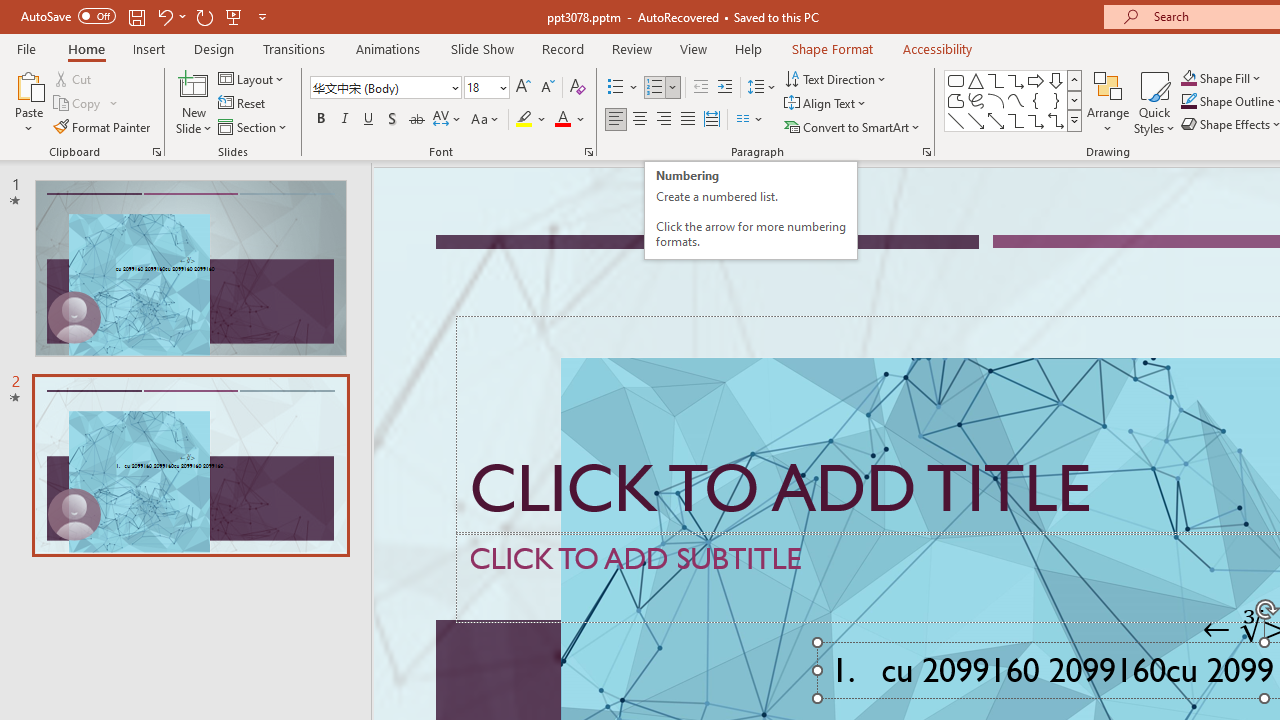  What do you see at coordinates (1073, 100) in the screenshot?
I see `'Row Down'` at bounding box center [1073, 100].